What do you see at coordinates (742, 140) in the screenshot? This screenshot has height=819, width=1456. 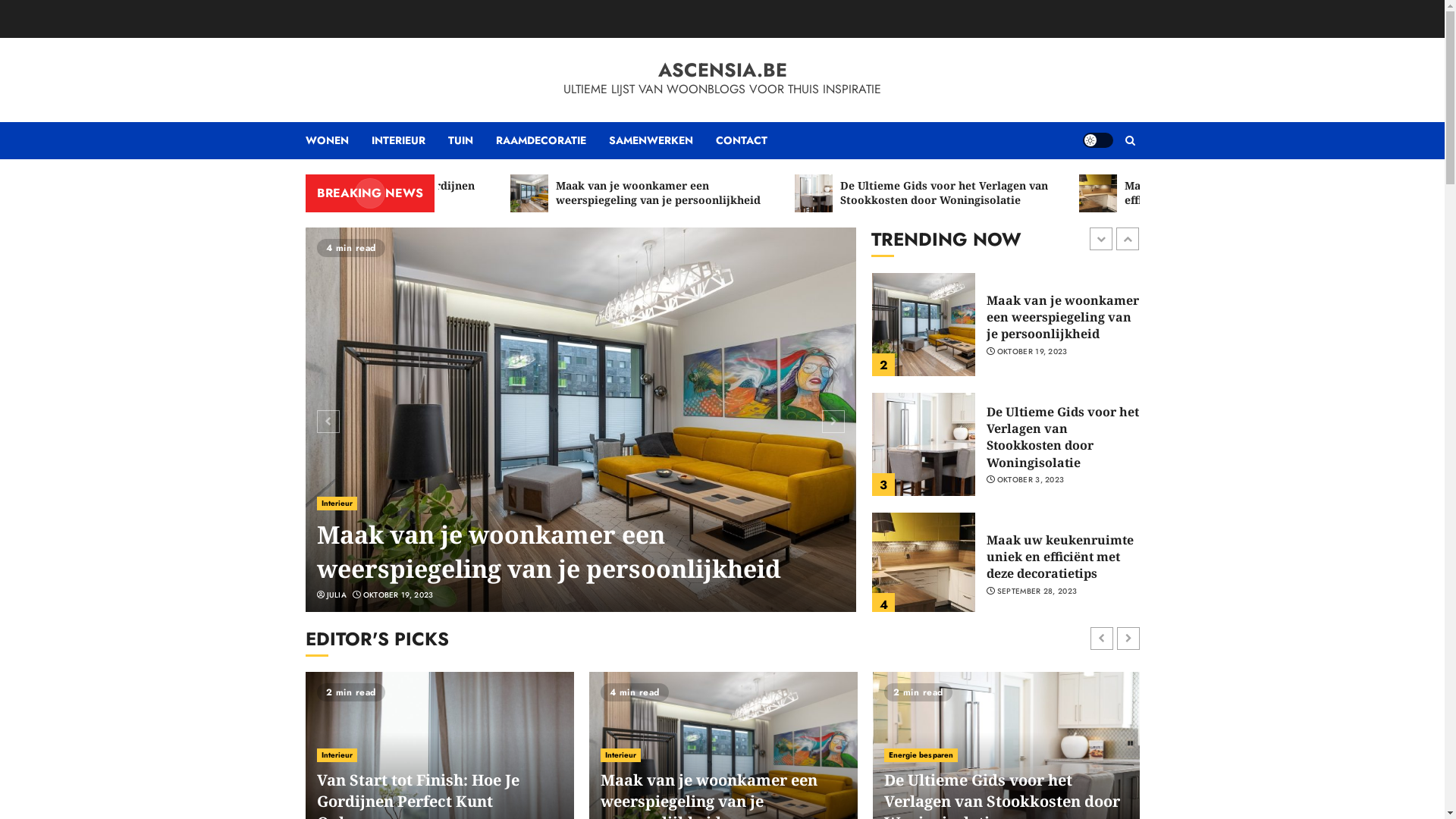 I see `'CONTACT'` at bounding box center [742, 140].